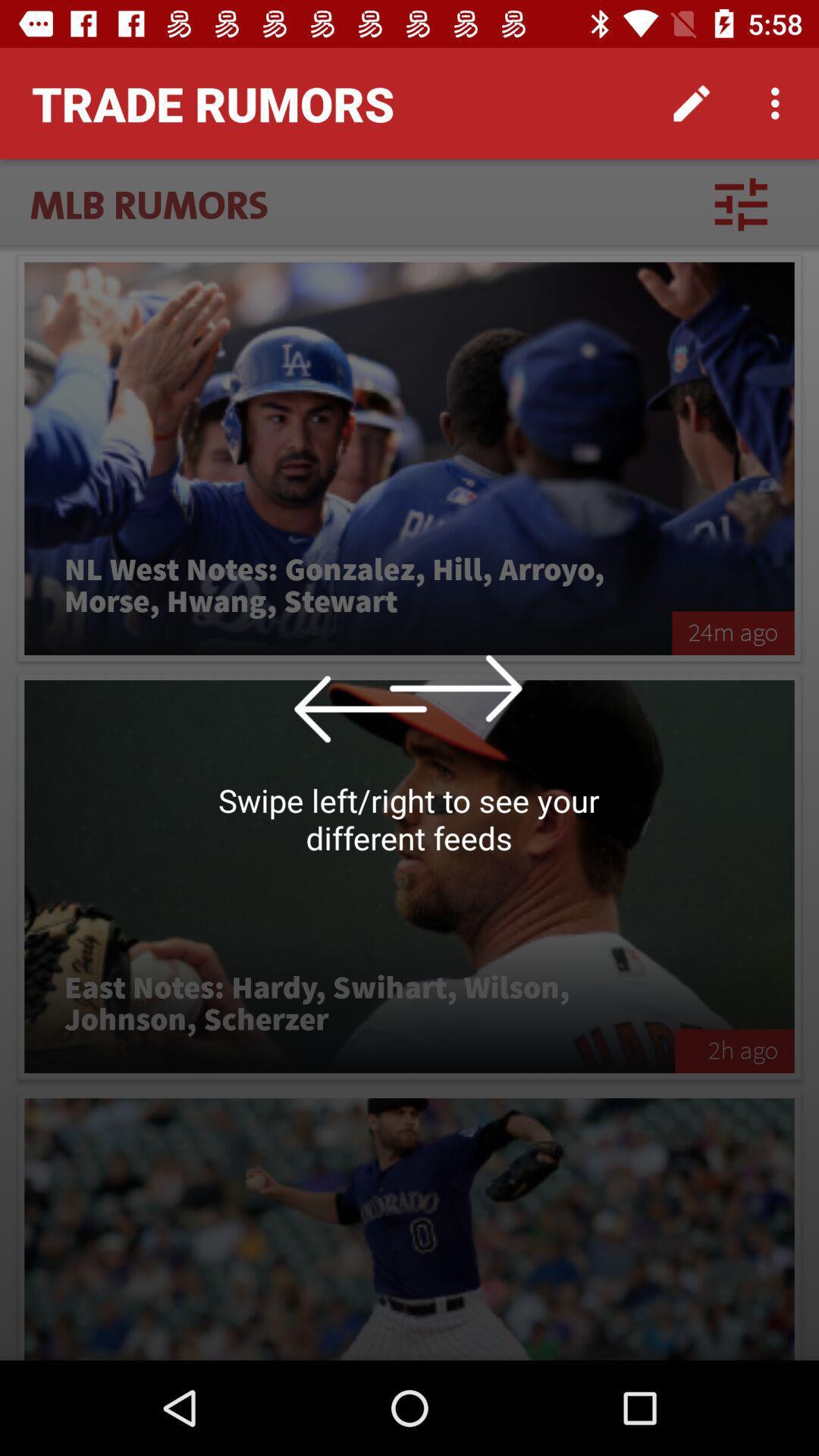 The height and width of the screenshot is (1456, 819). What do you see at coordinates (733, 1050) in the screenshot?
I see `the item to the right of east notes hardy` at bounding box center [733, 1050].